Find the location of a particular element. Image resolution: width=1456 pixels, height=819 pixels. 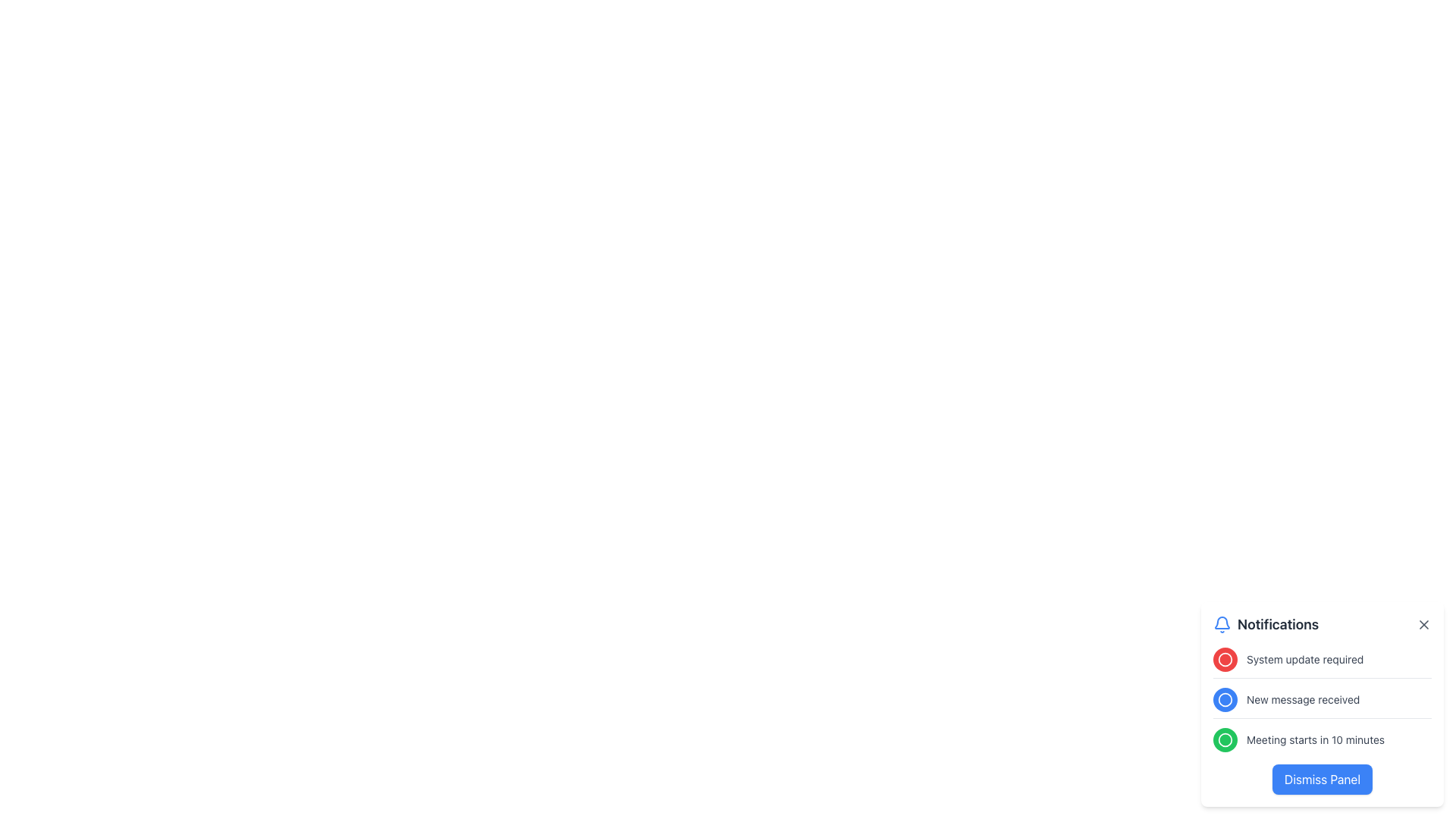

text content of the notification label that says 'New message received', which is styled in a small gray font and located to the right of a blue icon is located at coordinates (1302, 699).